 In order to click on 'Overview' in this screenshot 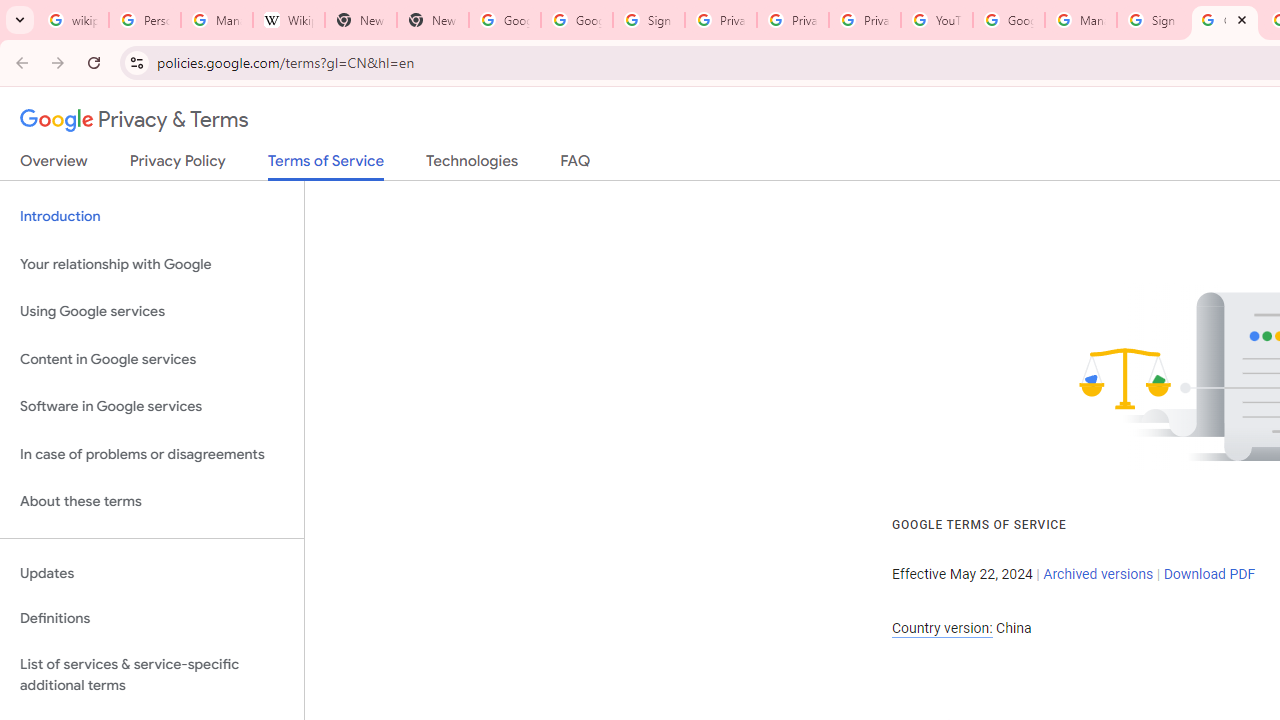, I will do `click(54, 164)`.